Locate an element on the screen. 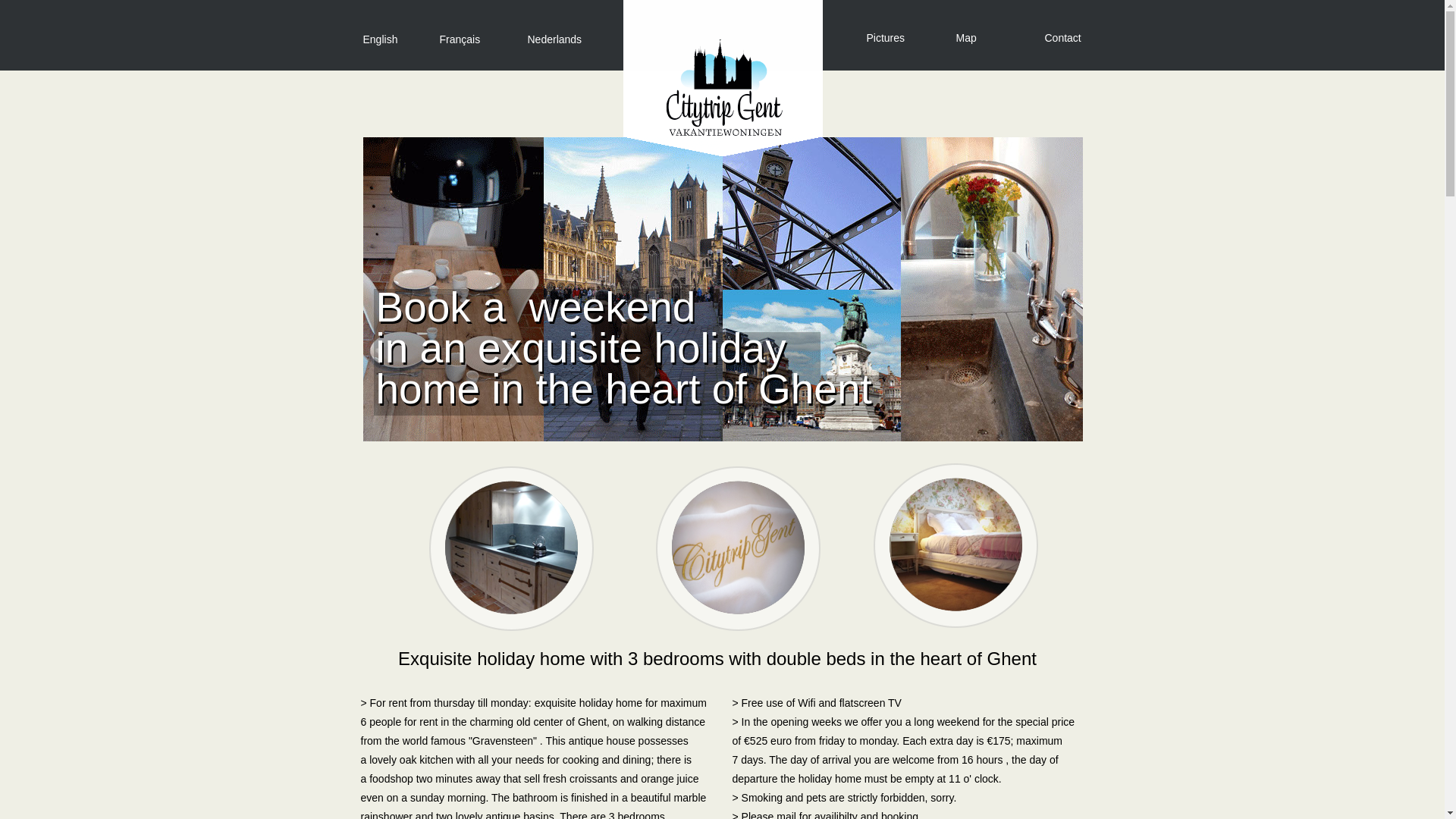 The image size is (1456, 819). 'Nederlands' is located at coordinates (554, 38).